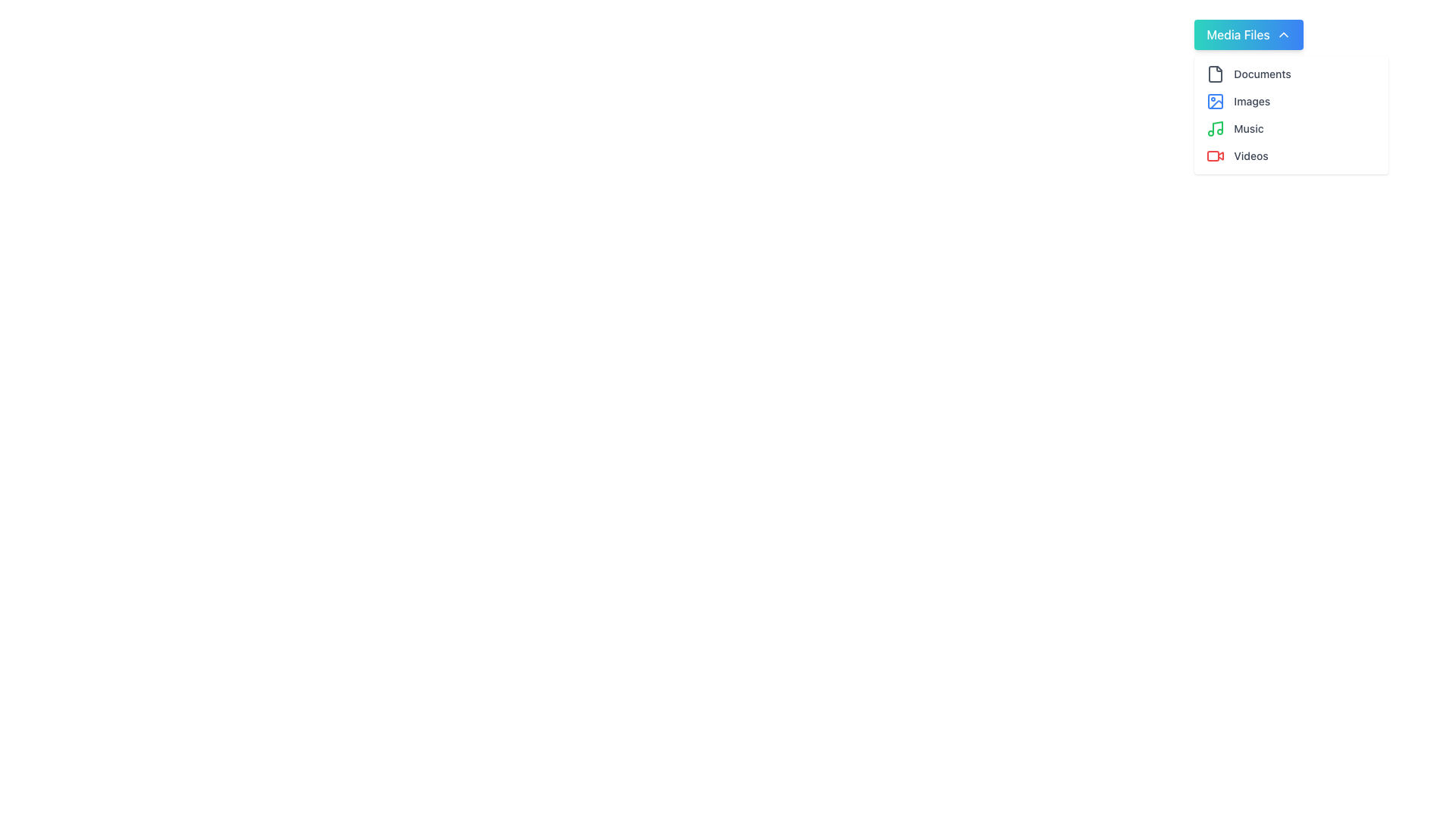 The height and width of the screenshot is (819, 1456). I want to click on the 'Videos' text label in the dropdown menu, which is styled in gray with a medium-weight font and positioned under the 'Music' label, so click(1251, 155).